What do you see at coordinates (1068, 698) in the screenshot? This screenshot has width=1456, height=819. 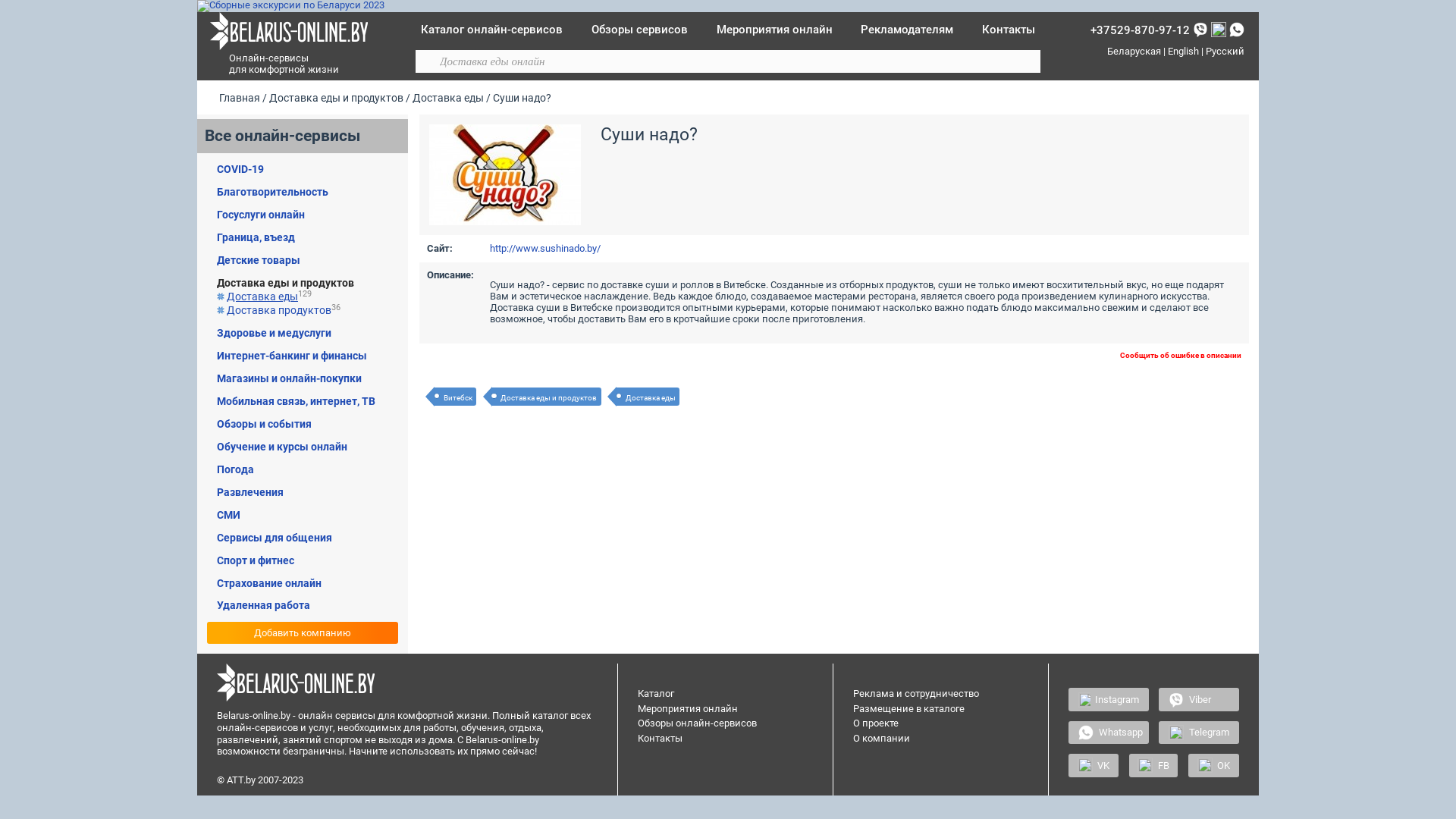 I see `'Instagram'` at bounding box center [1068, 698].